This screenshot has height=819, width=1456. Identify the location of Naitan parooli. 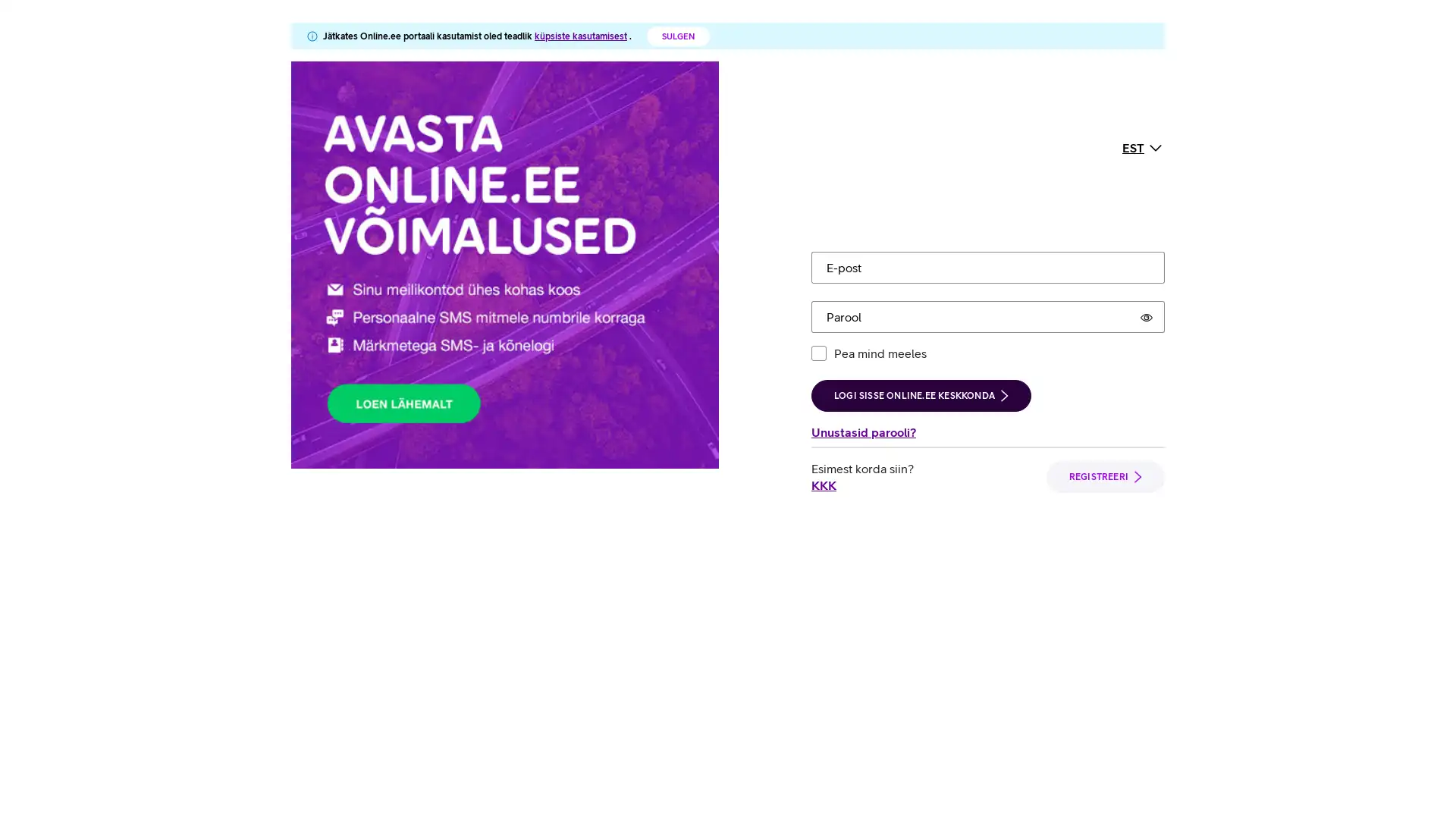
(1147, 174).